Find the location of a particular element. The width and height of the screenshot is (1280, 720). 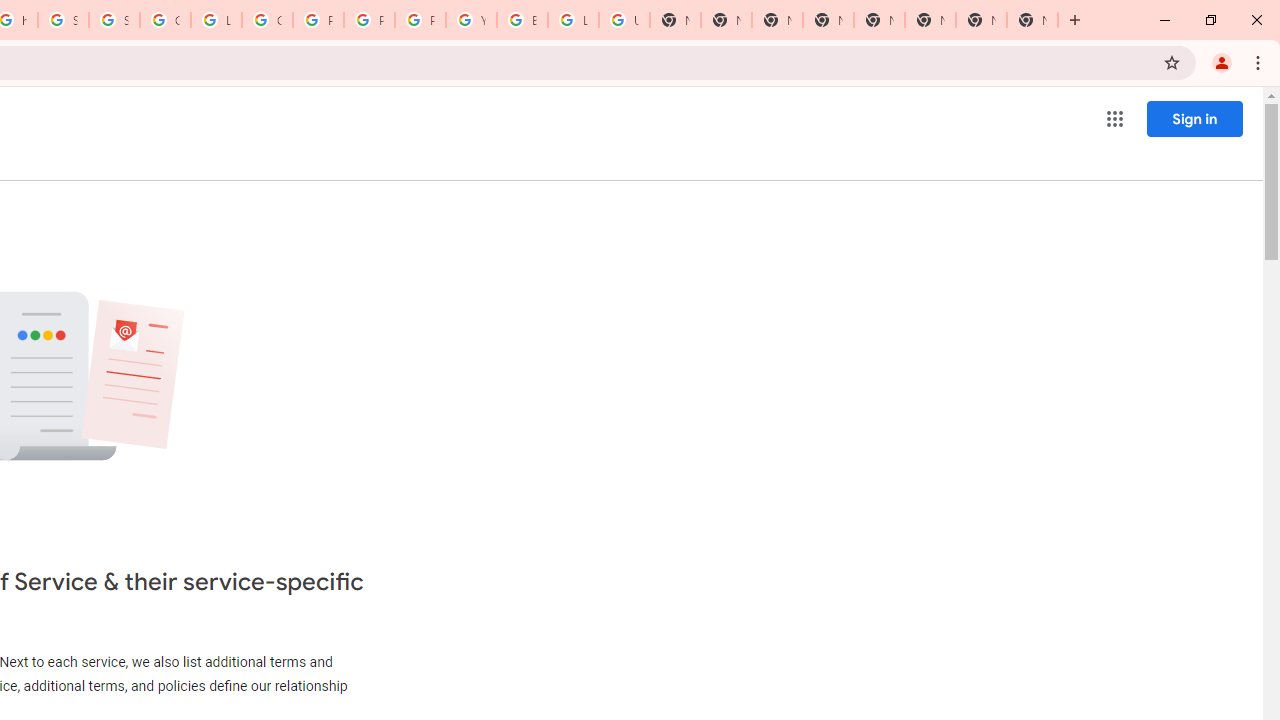

'YouTube' is located at coordinates (470, 20).